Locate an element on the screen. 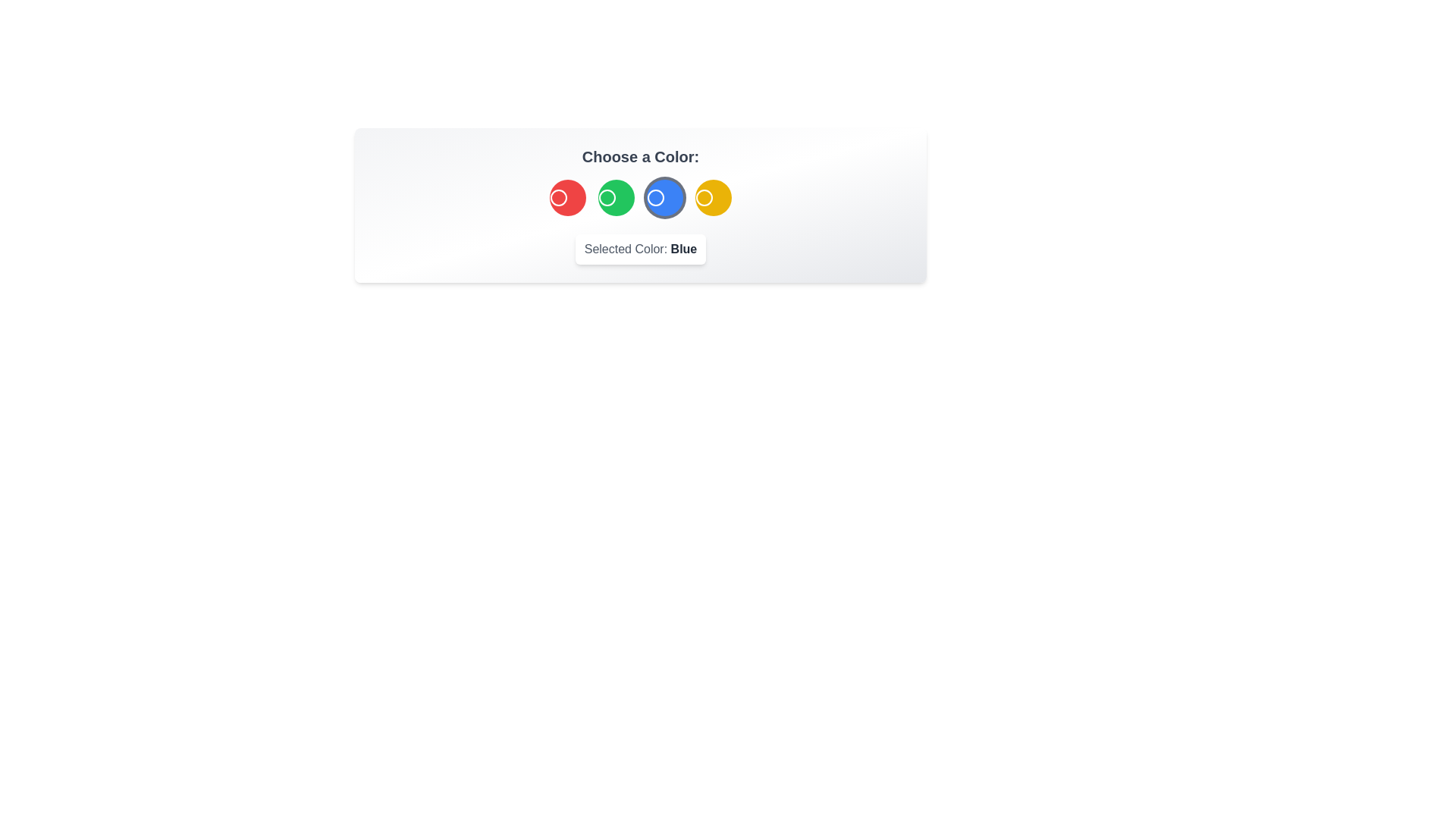  the text content of the element displaying the selected color is located at coordinates (640, 248).